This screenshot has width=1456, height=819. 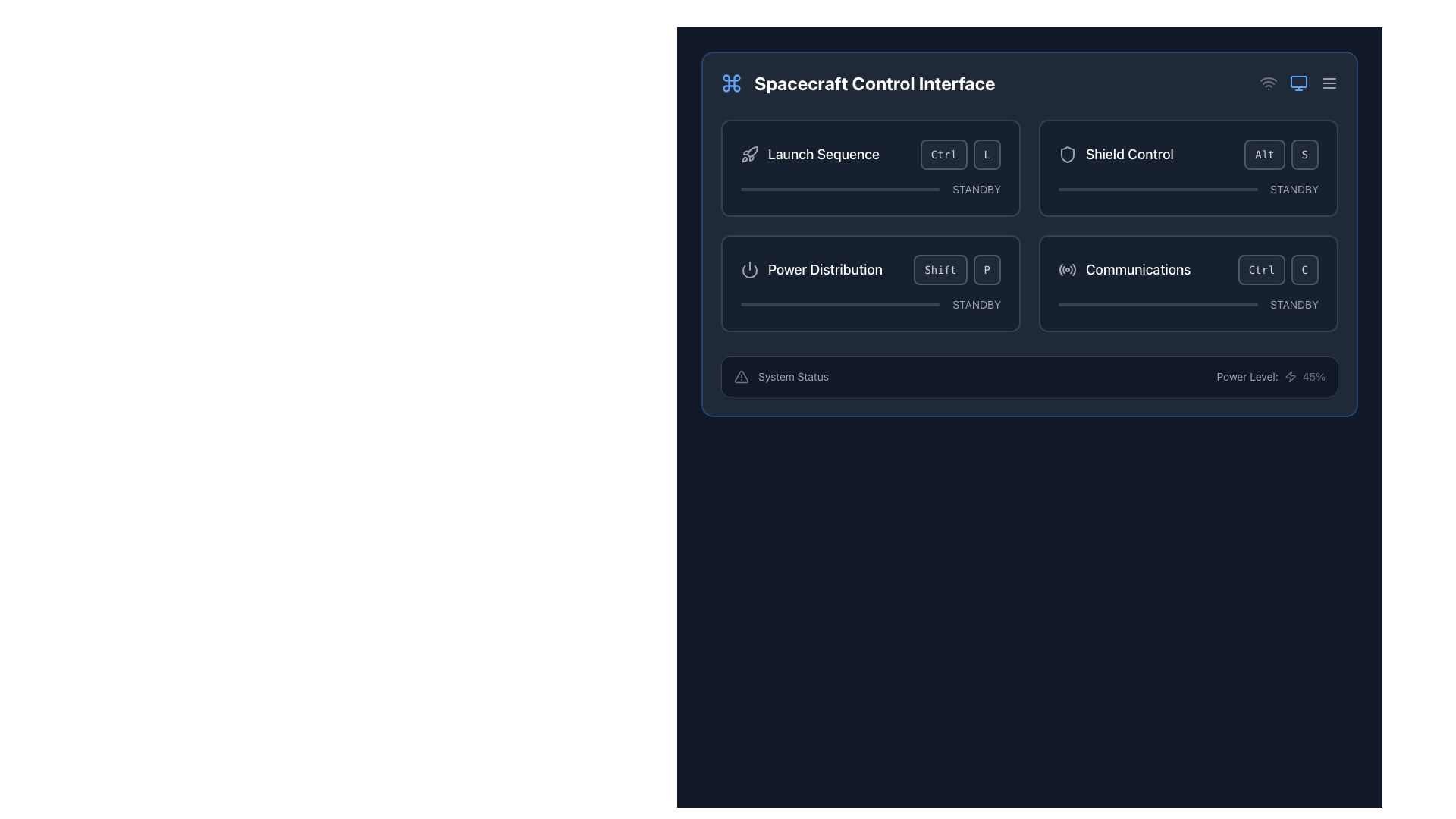 What do you see at coordinates (1263, 155) in the screenshot?
I see `the rounded rectangular button labeled 'Alt' with a dark gray background and light gray text, located in the 'Shield Control' section` at bounding box center [1263, 155].